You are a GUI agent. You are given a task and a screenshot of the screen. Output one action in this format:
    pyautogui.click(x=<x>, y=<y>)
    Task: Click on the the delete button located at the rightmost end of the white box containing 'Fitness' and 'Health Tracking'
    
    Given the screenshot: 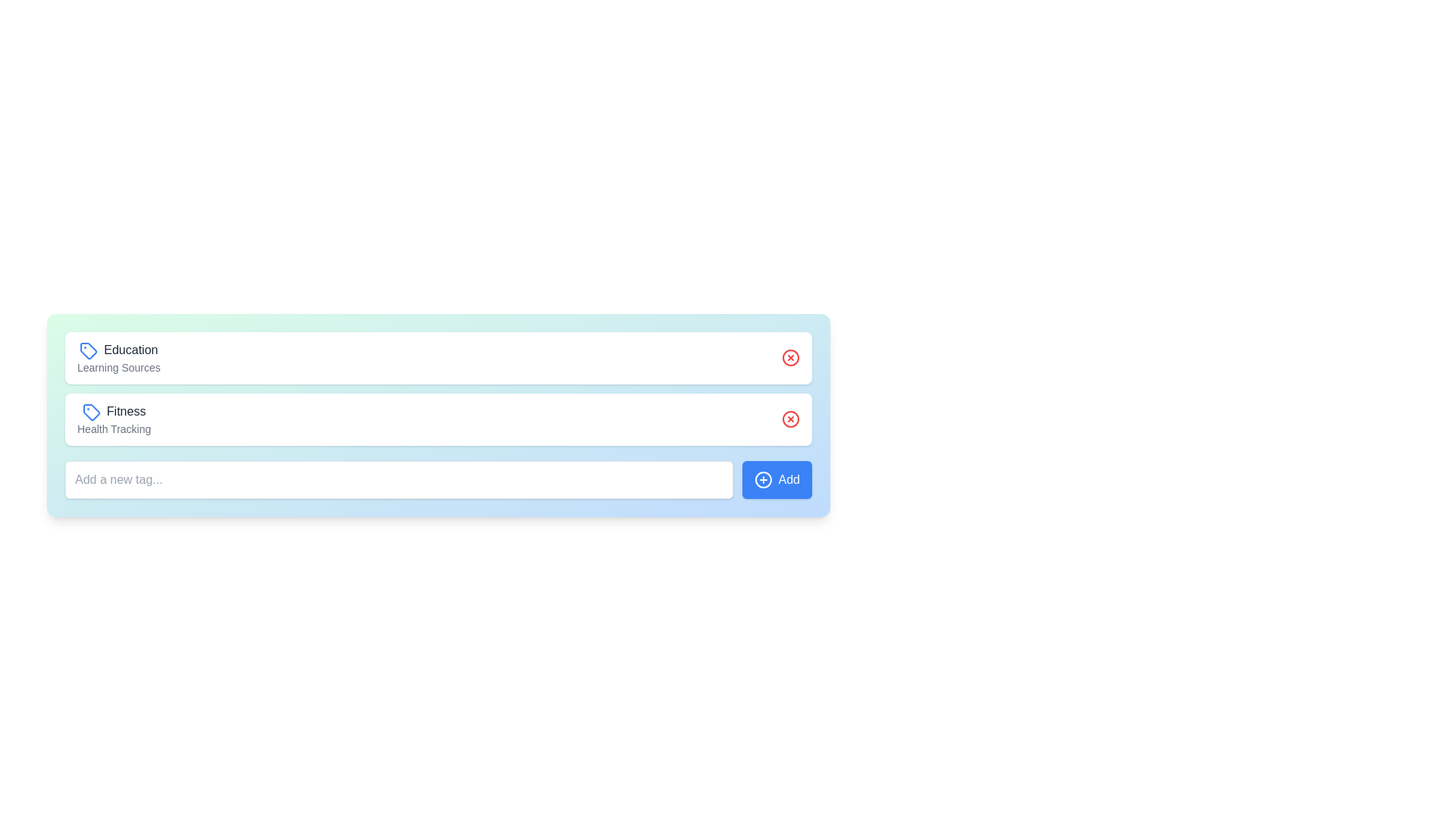 What is the action you would take?
    pyautogui.click(x=789, y=419)
    